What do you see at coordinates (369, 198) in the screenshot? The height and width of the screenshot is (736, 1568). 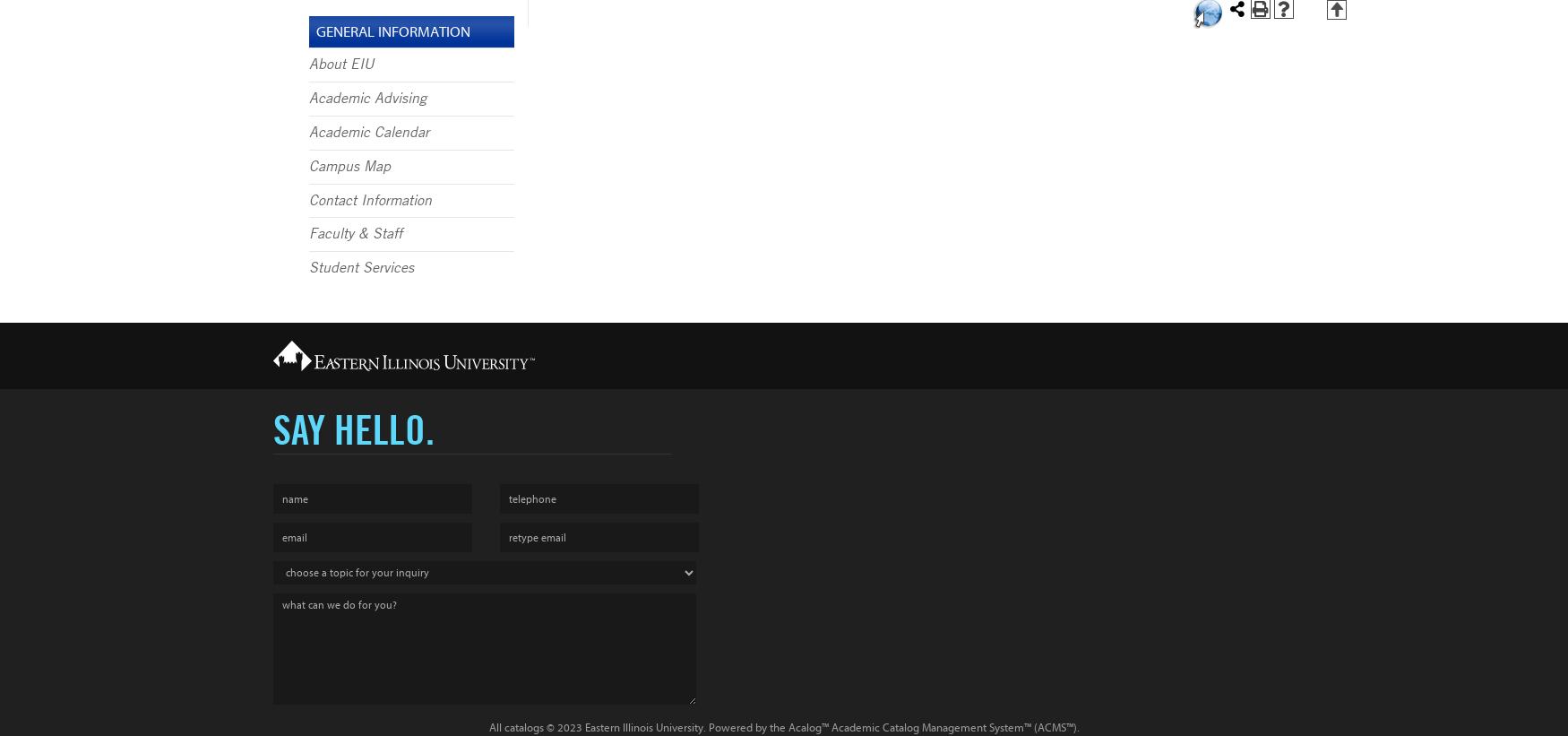 I see `'Contact Information'` at bounding box center [369, 198].